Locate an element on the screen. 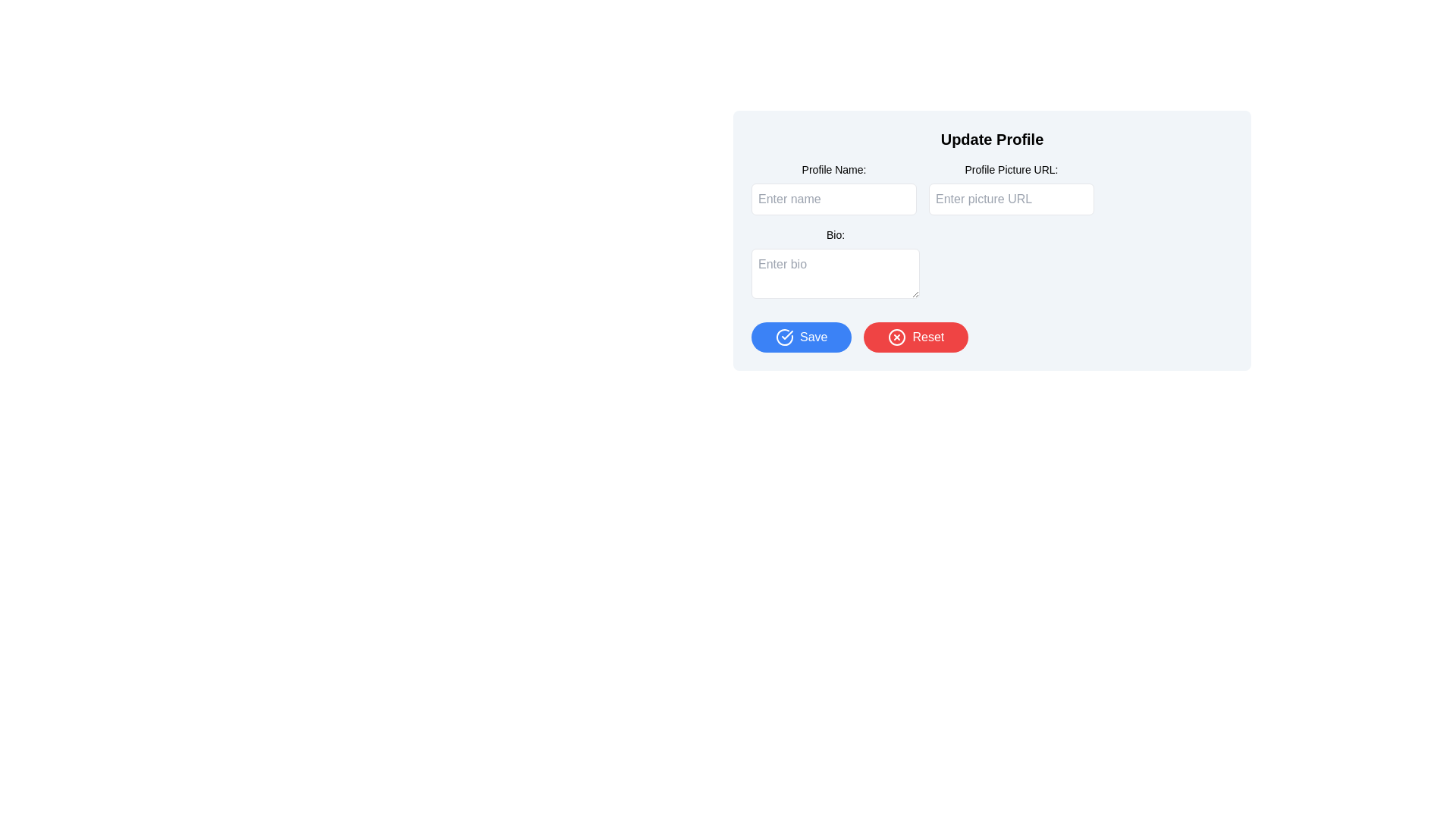  text 'Bio:' from the label located above the 'Enter bio' text area in the form section, which is formatted in a medium-sized sans-serif font is located at coordinates (835, 234).